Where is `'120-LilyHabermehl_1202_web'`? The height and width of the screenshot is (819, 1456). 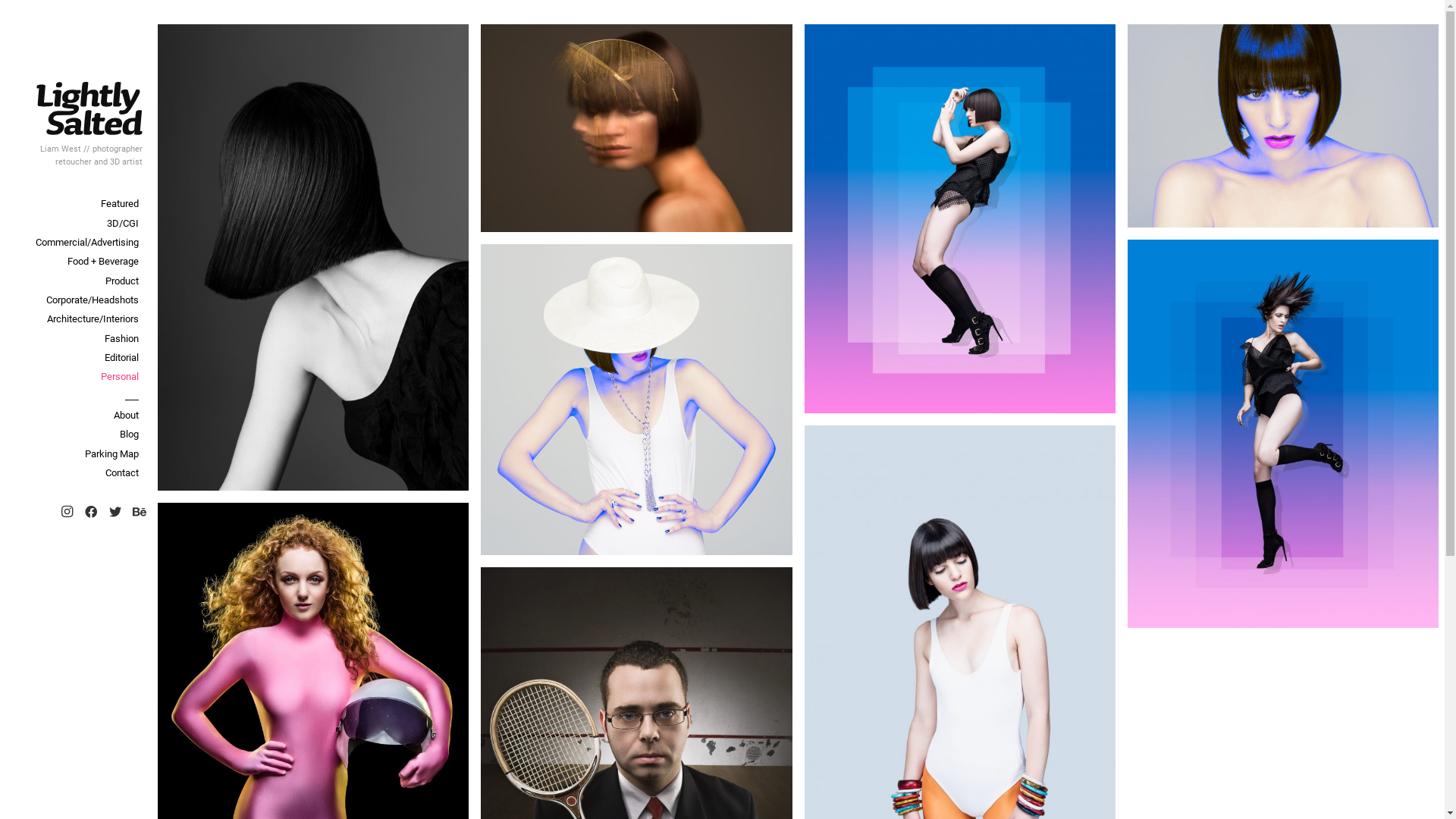
'120-LilyHabermehl_1202_web' is located at coordinates (636, 399).